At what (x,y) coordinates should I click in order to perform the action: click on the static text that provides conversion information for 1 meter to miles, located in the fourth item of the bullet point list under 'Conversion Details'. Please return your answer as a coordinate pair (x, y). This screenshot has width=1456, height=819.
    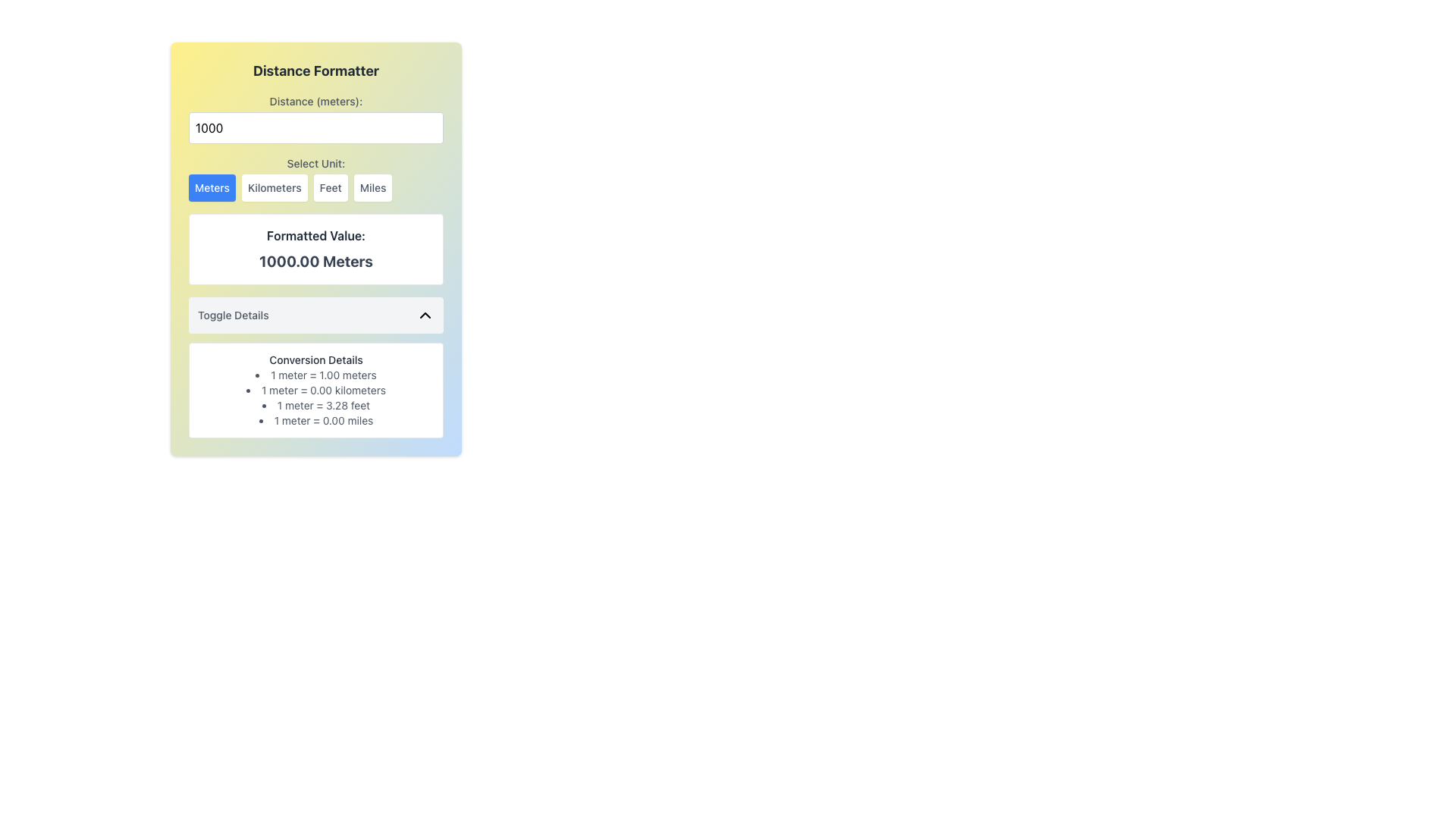
    Looking at the image, I should click on (315, 421).